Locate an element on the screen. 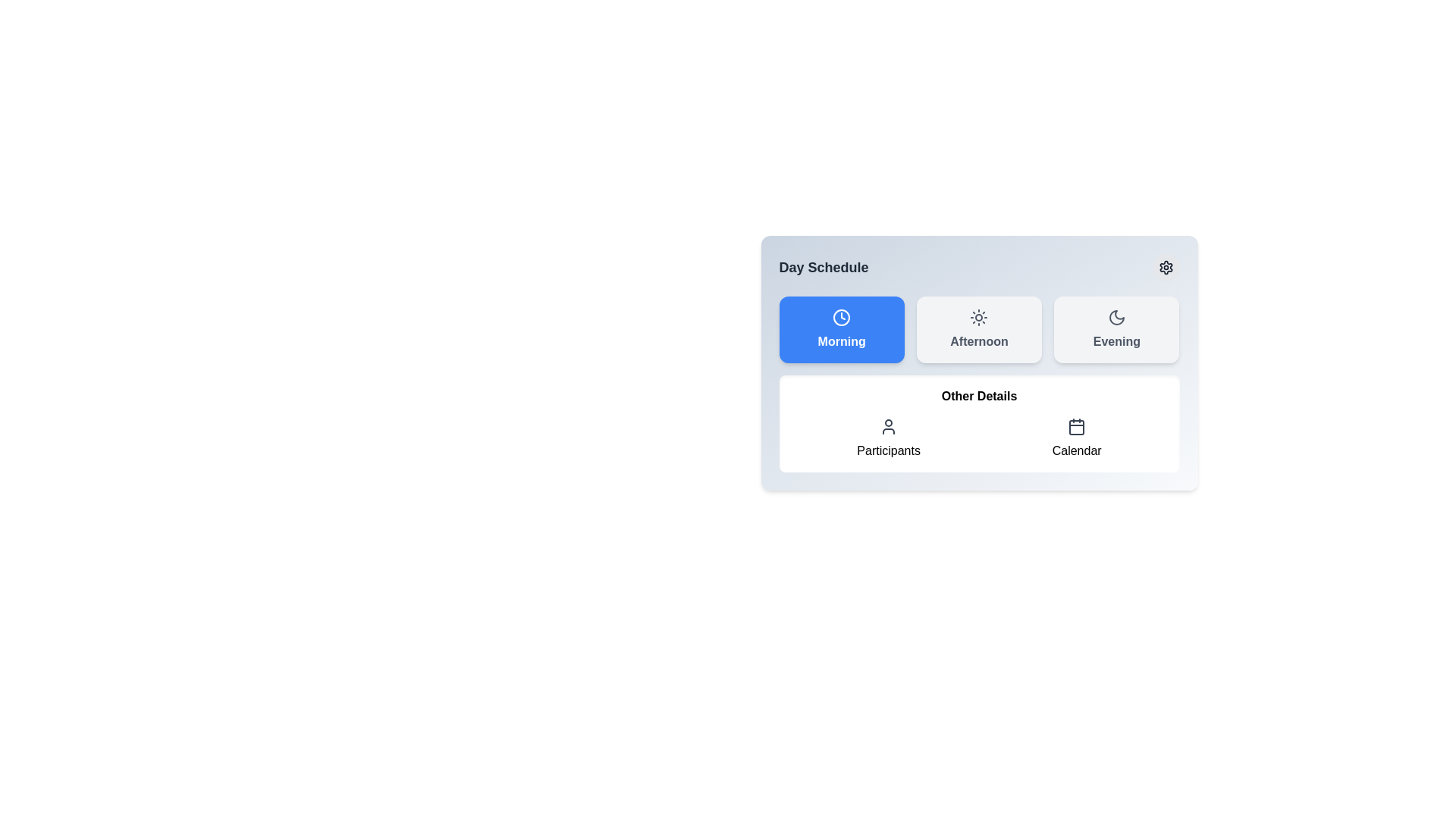 The height and width of the screenshot is (819, 1456). the 'Afternoon' text label within the button-like UI component in the Day Schedule section is located at coordinates (979, 342).